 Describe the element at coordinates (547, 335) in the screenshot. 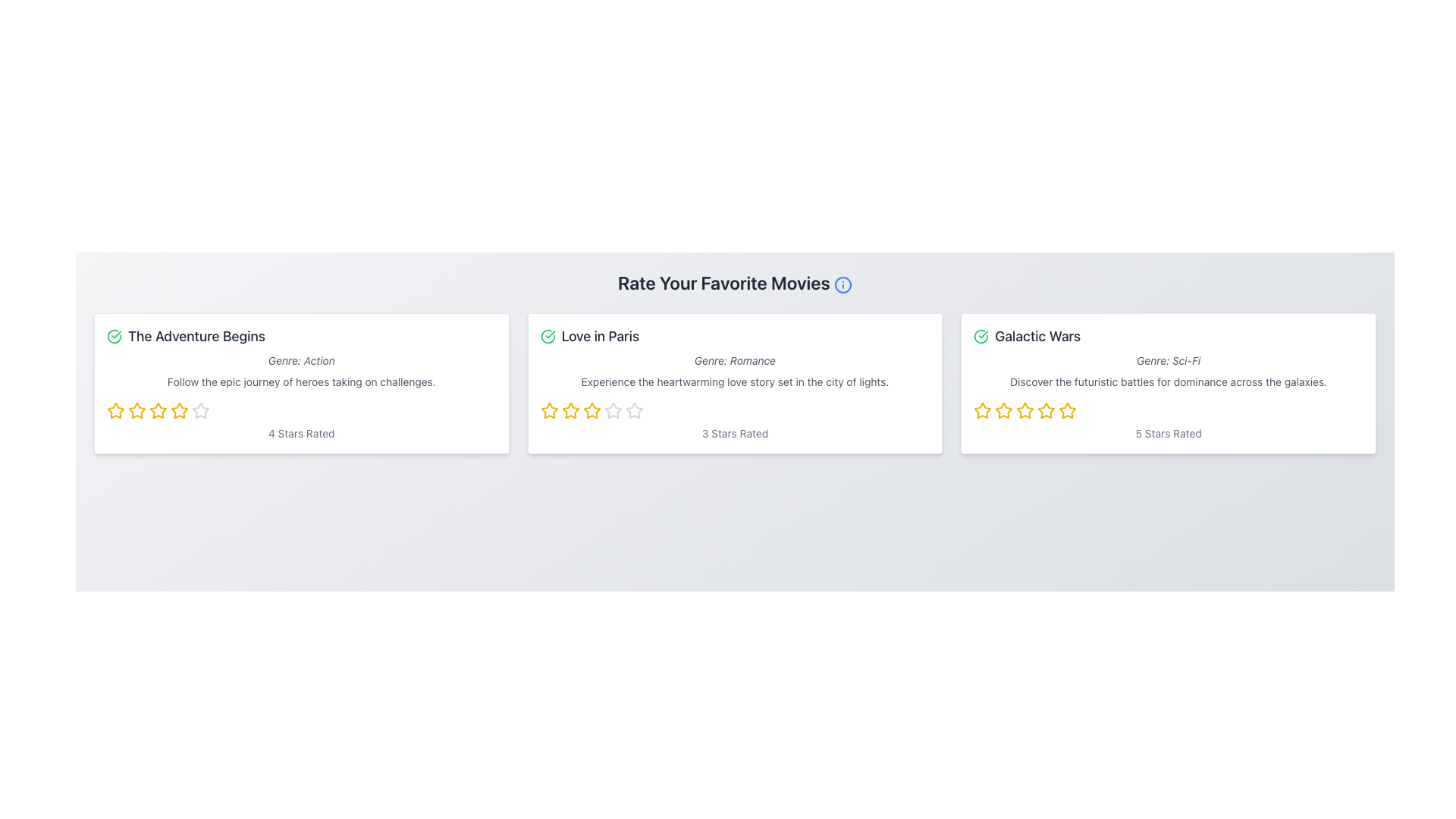

I see `the circular checkmark icon with a green hue and thin black outline, located to the left of the text 'Love in Paris' in the middle card of three horizontally aligned cards` at that location.